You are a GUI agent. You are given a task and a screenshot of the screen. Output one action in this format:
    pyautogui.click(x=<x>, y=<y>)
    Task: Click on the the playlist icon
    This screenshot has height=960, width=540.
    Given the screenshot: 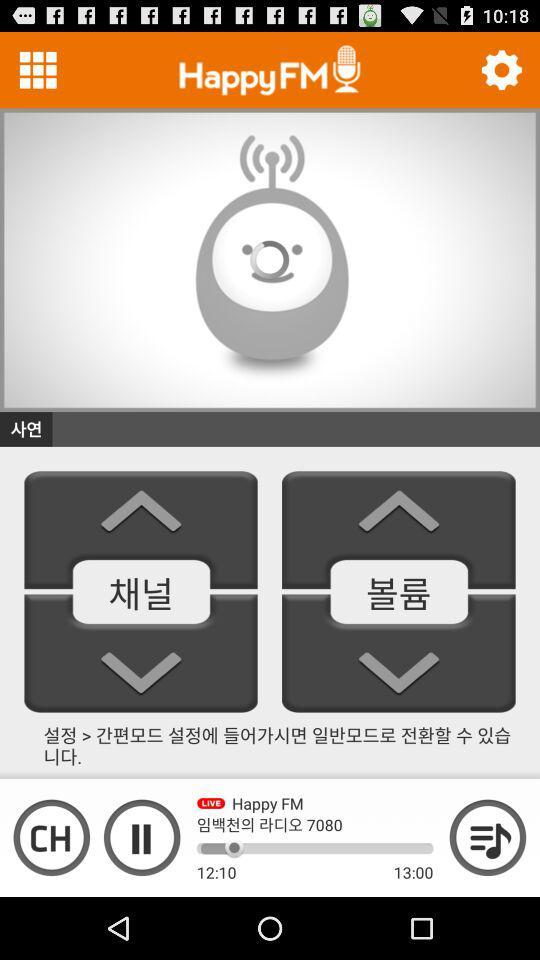 What is the action you would take?
    pyautogui.click(x=487, y=895)
    